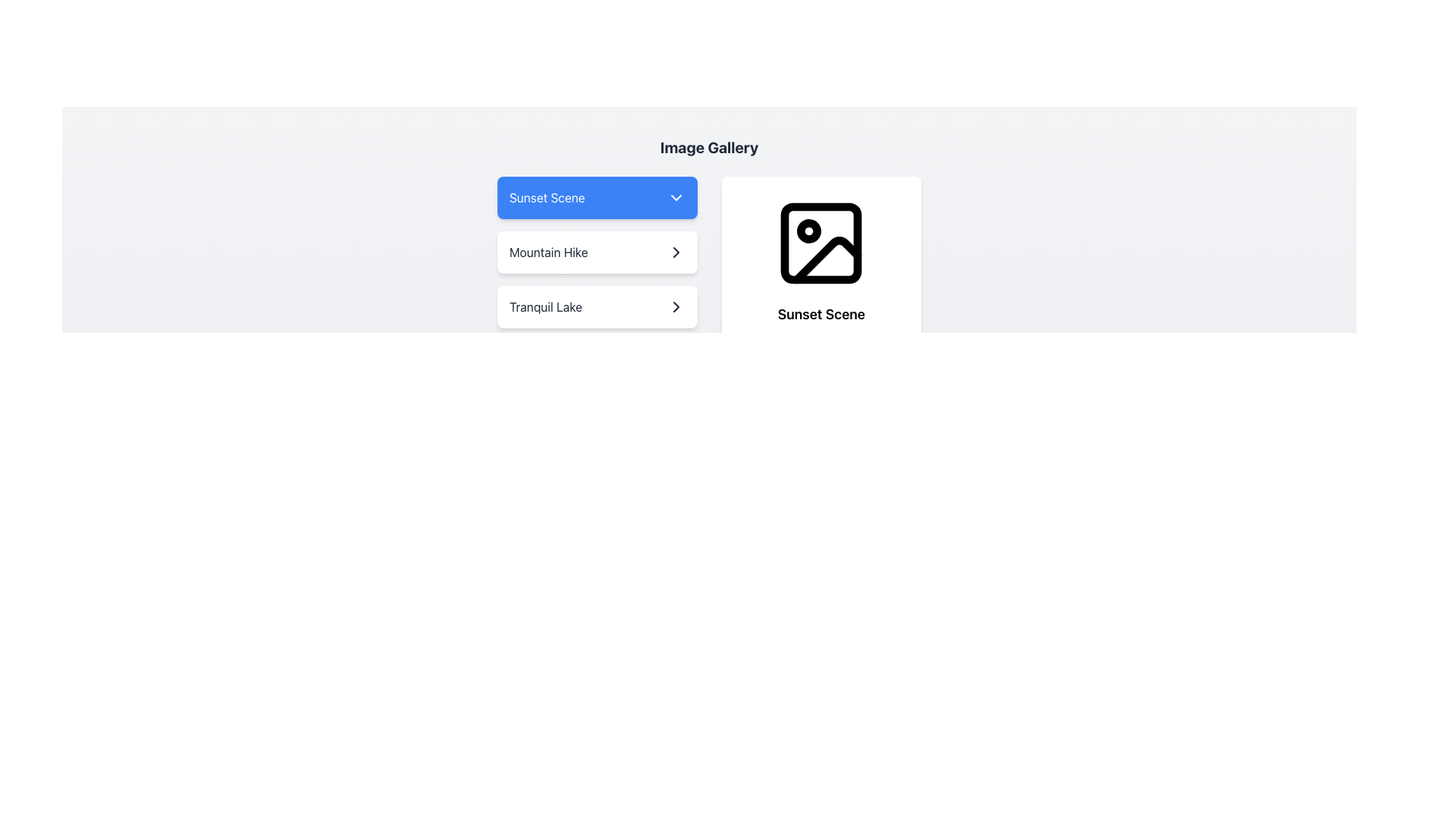  Describe the element at coordinates (675, 251) in the screenshot. I see `the right-pointing chevron icon located at the far-right end of the 'Mountain Hike' selection button` at that location.